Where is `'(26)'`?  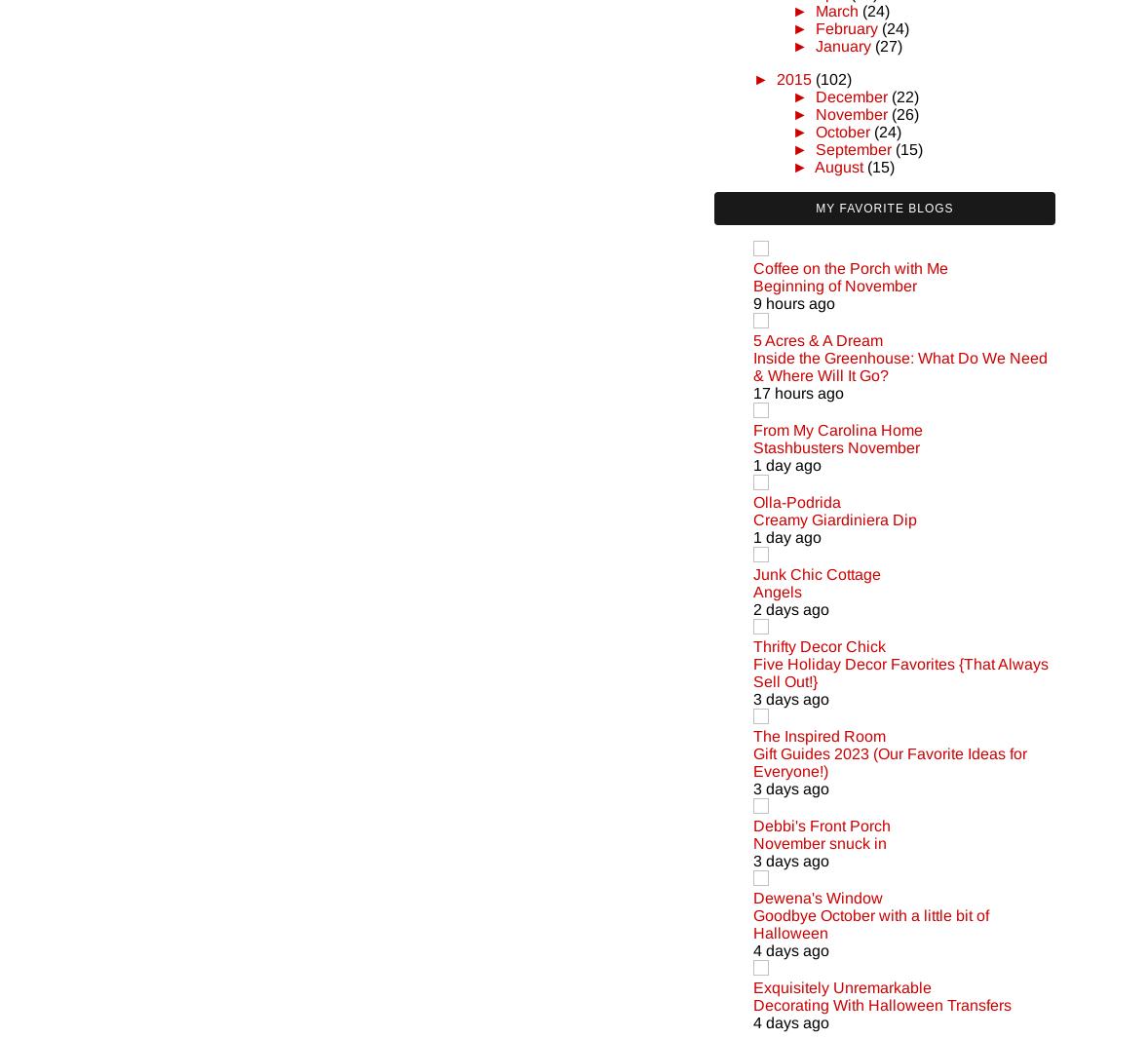
'(26)' is located at coordinates (904, 112).